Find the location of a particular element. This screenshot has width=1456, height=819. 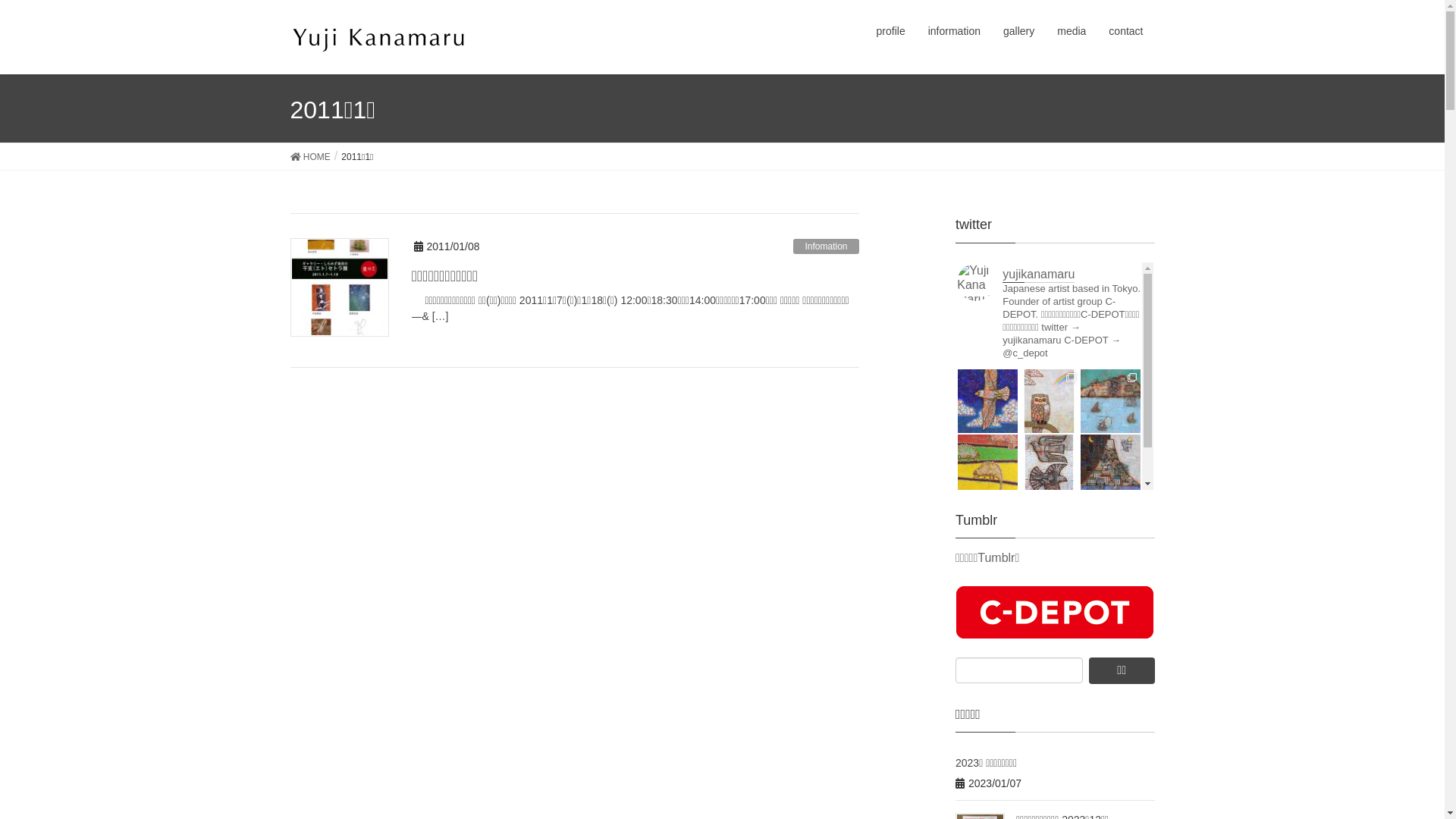

'profile' is located at coordinates (891, 31).